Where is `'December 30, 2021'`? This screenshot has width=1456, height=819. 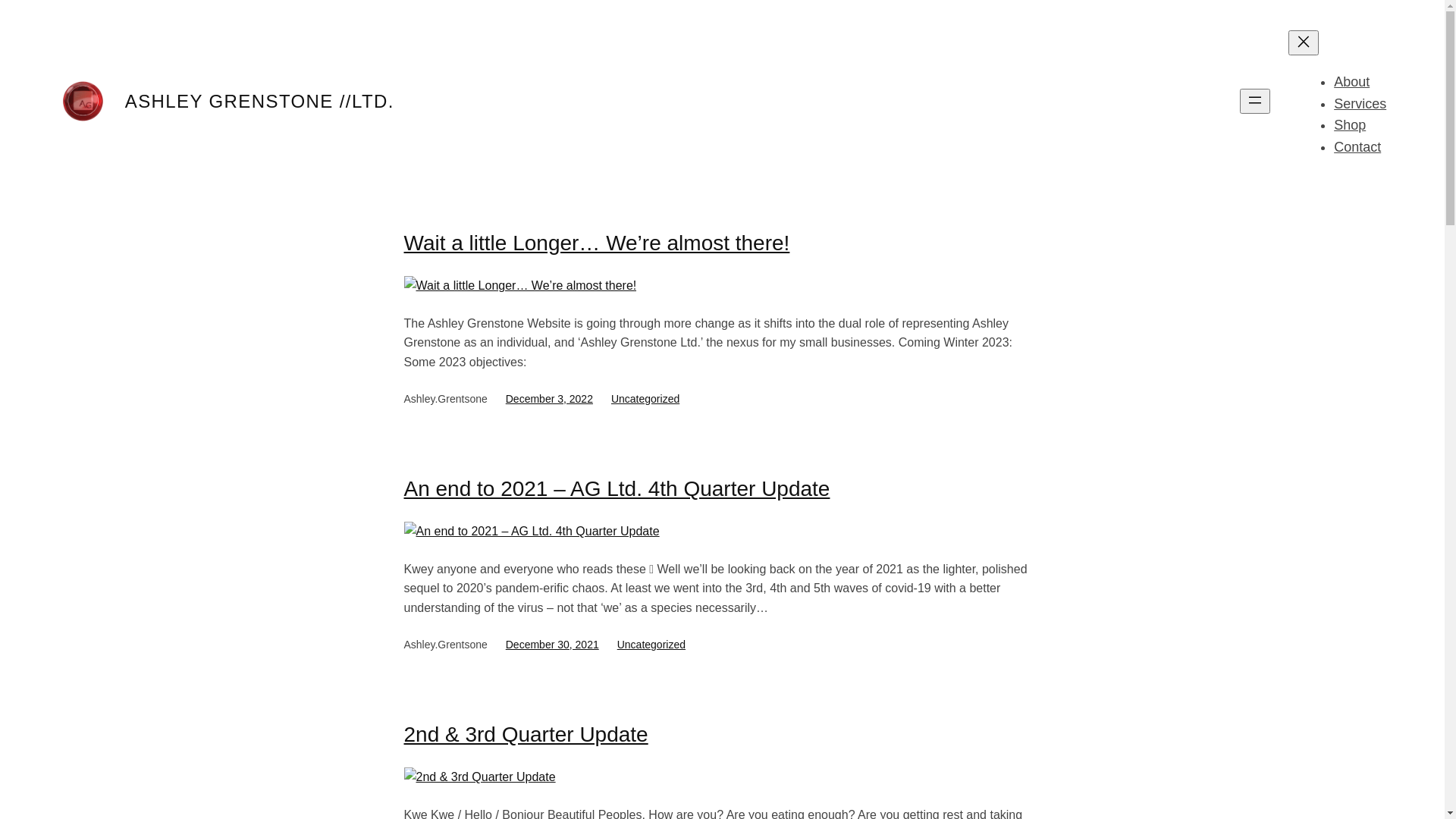 'December 30, 2021' is located at coordinates (551, 644).